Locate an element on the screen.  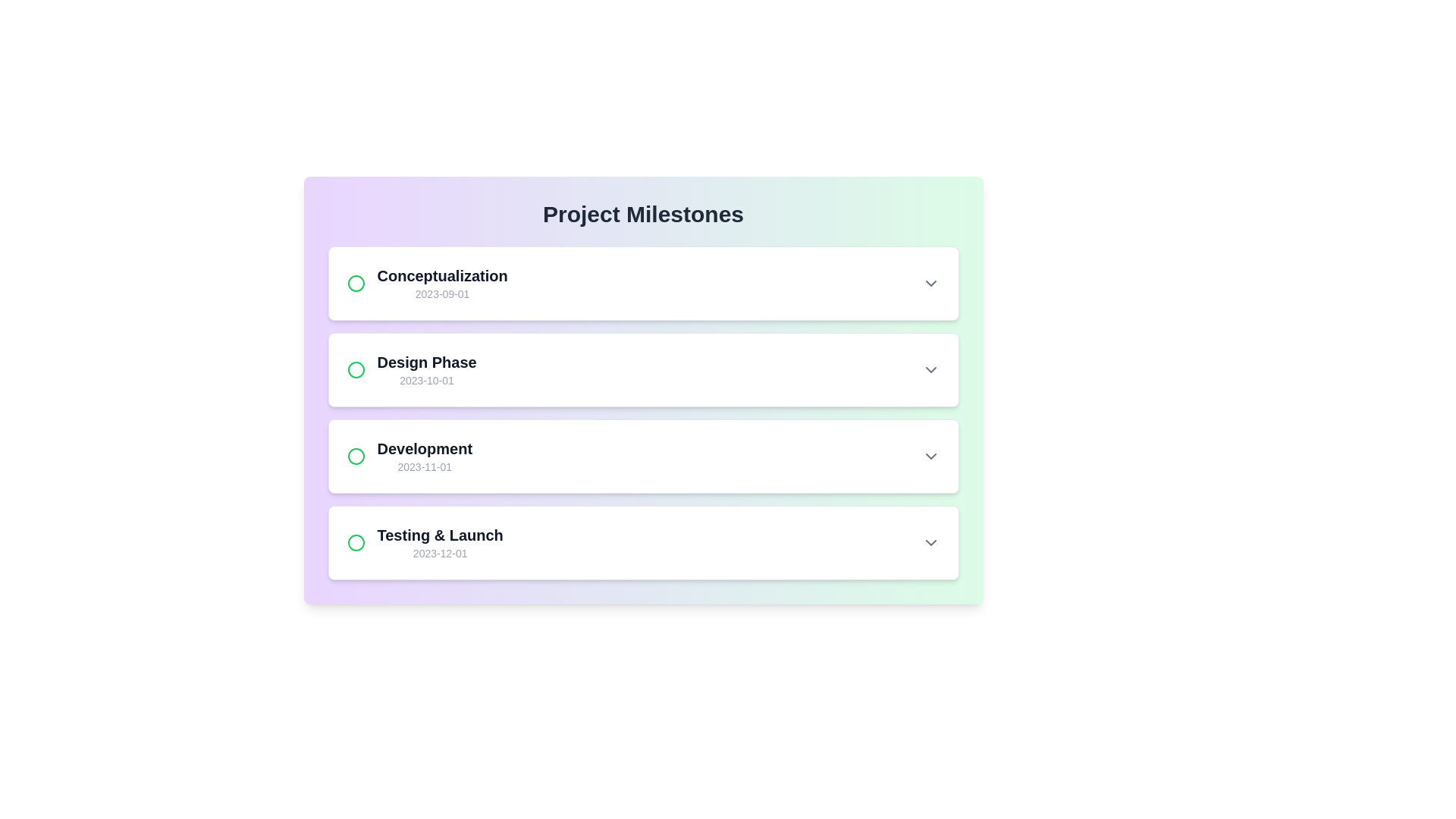
the downward-pointing chevron icon styled in gray, located on the right side of the 'Development' milestone entry in the 'Project Milestones' section is located at coordinates (930, 455).